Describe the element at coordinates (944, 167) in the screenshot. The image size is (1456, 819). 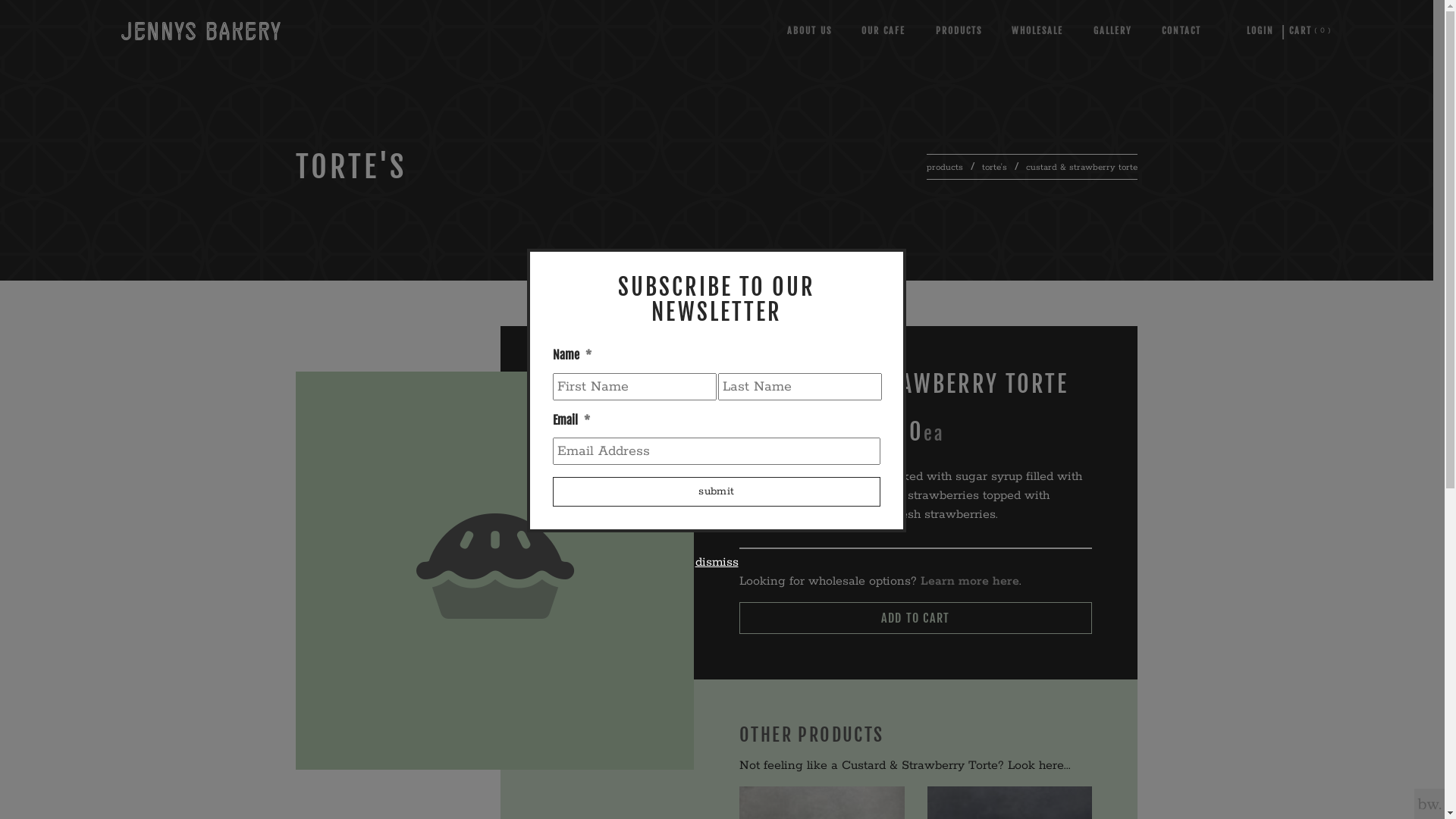
I see `'products'` at that location.